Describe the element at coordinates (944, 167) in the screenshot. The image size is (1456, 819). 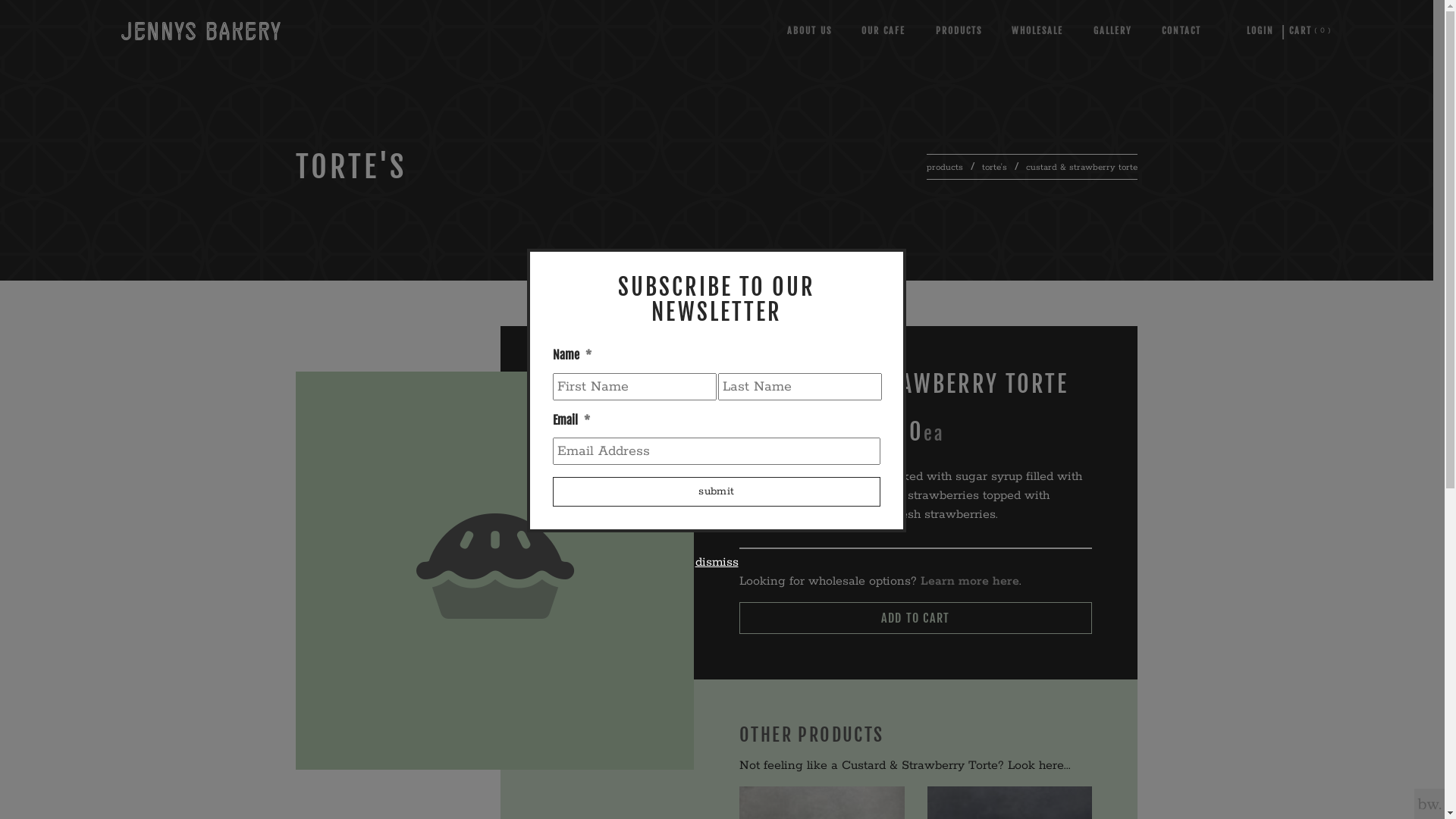
I see `'products'` at that location.